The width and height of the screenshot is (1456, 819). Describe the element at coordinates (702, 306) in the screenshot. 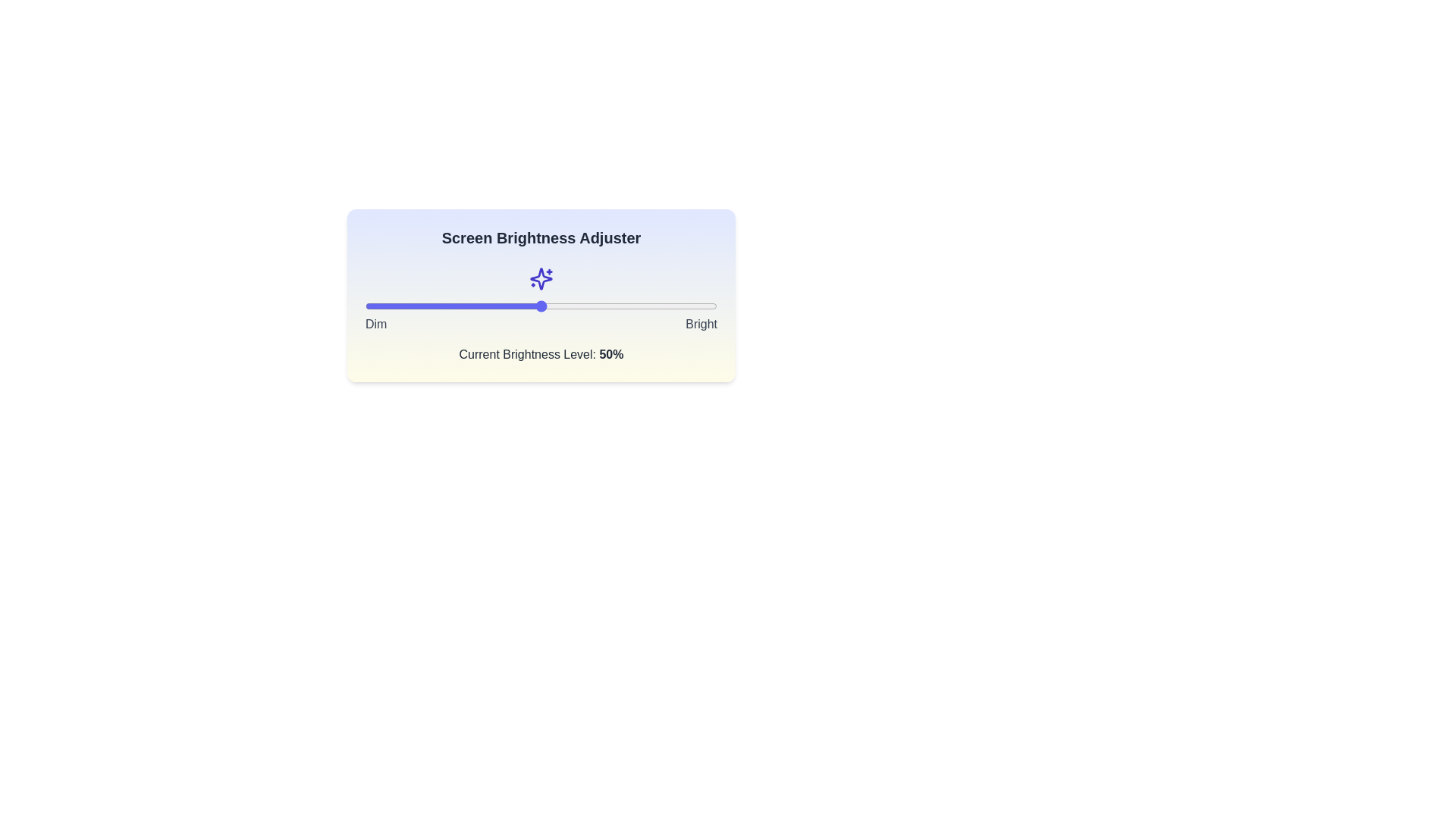

I see `the brightness slider to 96% to observe the icon change` at that location.